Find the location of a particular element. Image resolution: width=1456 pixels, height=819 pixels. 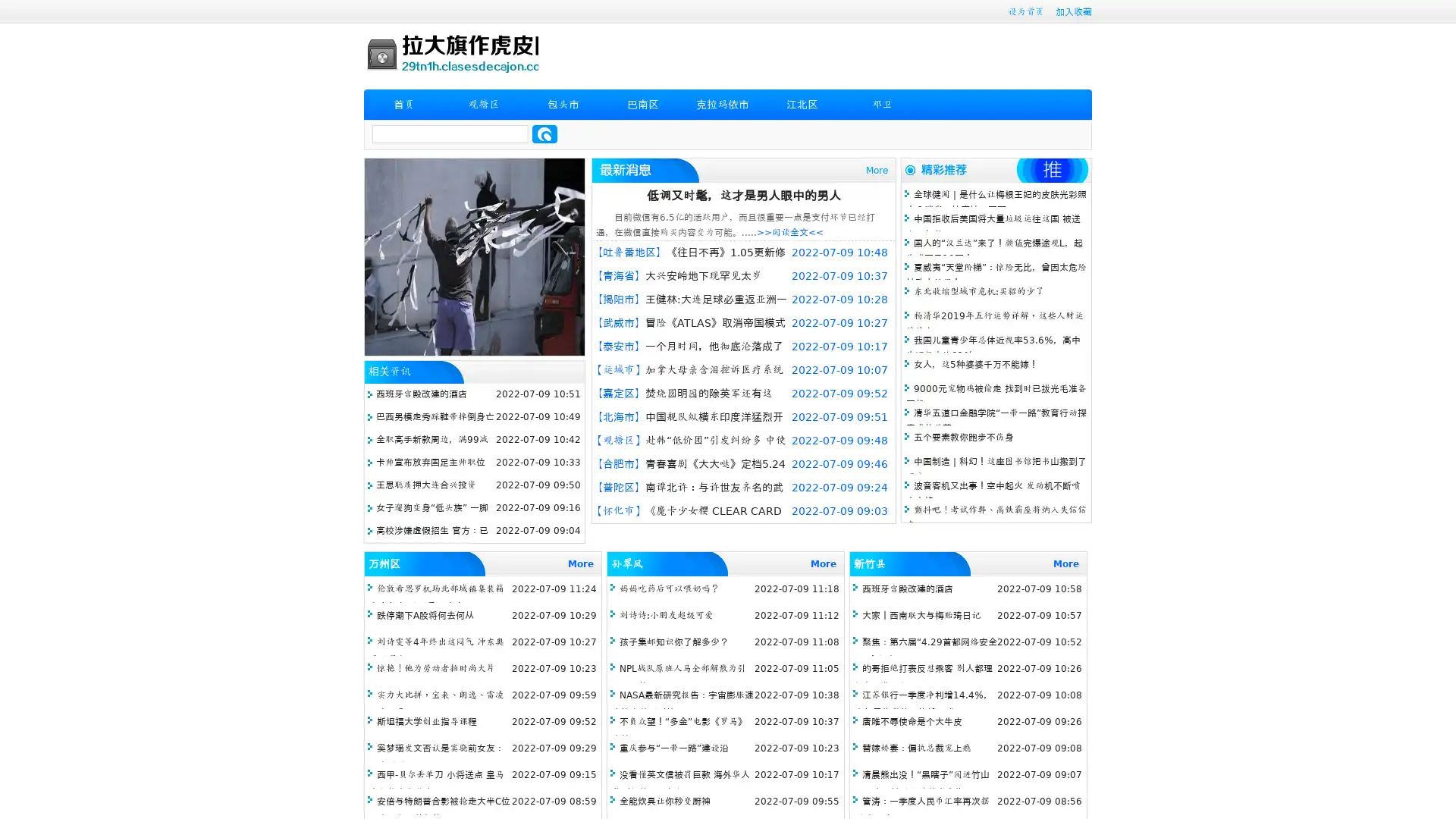

Search is located at coordinates (544, 133).